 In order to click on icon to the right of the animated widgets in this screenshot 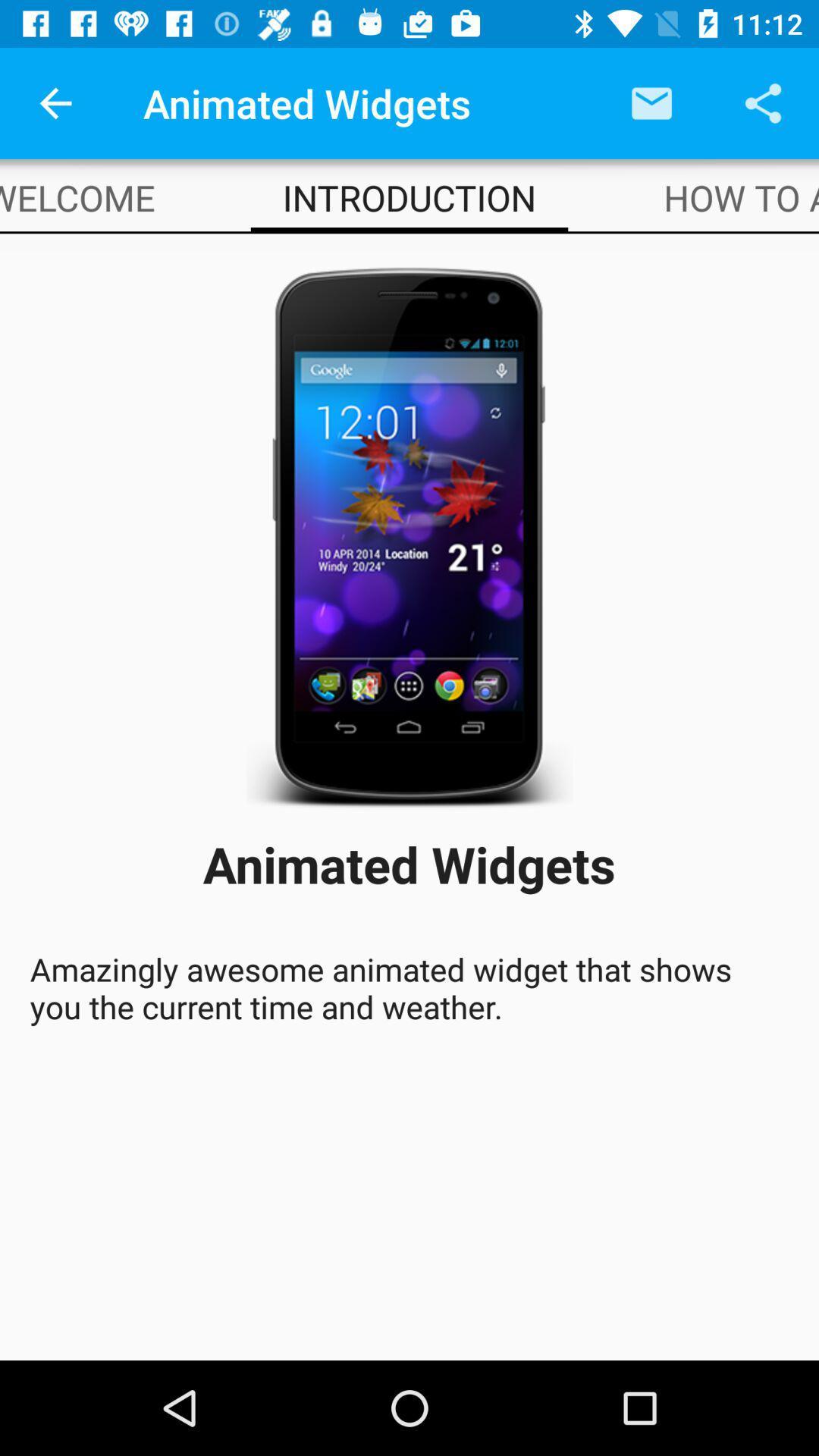, I will do `click(651, 102)`.